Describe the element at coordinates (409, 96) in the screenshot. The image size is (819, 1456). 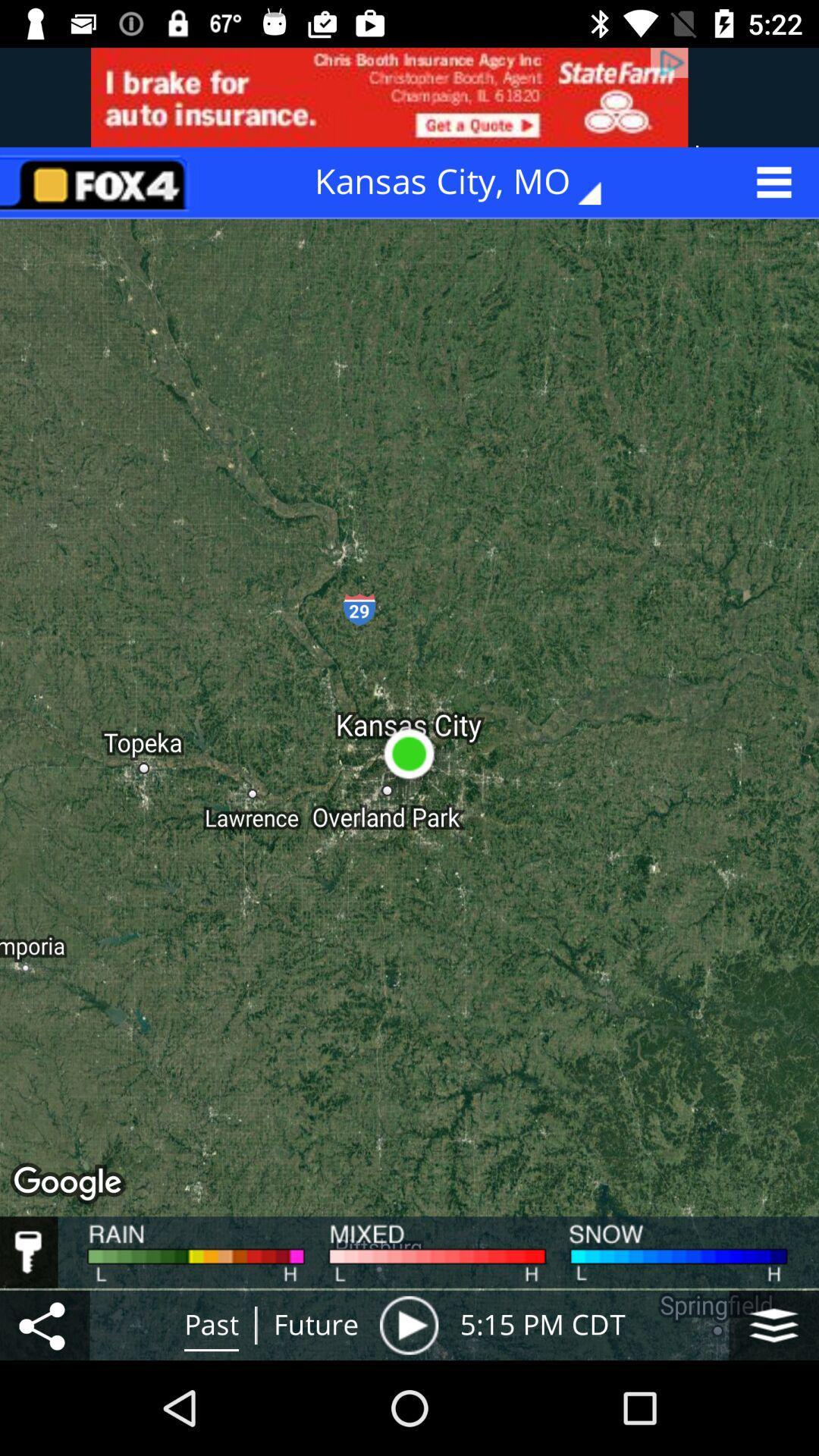
I see `open advertisement` at that location.